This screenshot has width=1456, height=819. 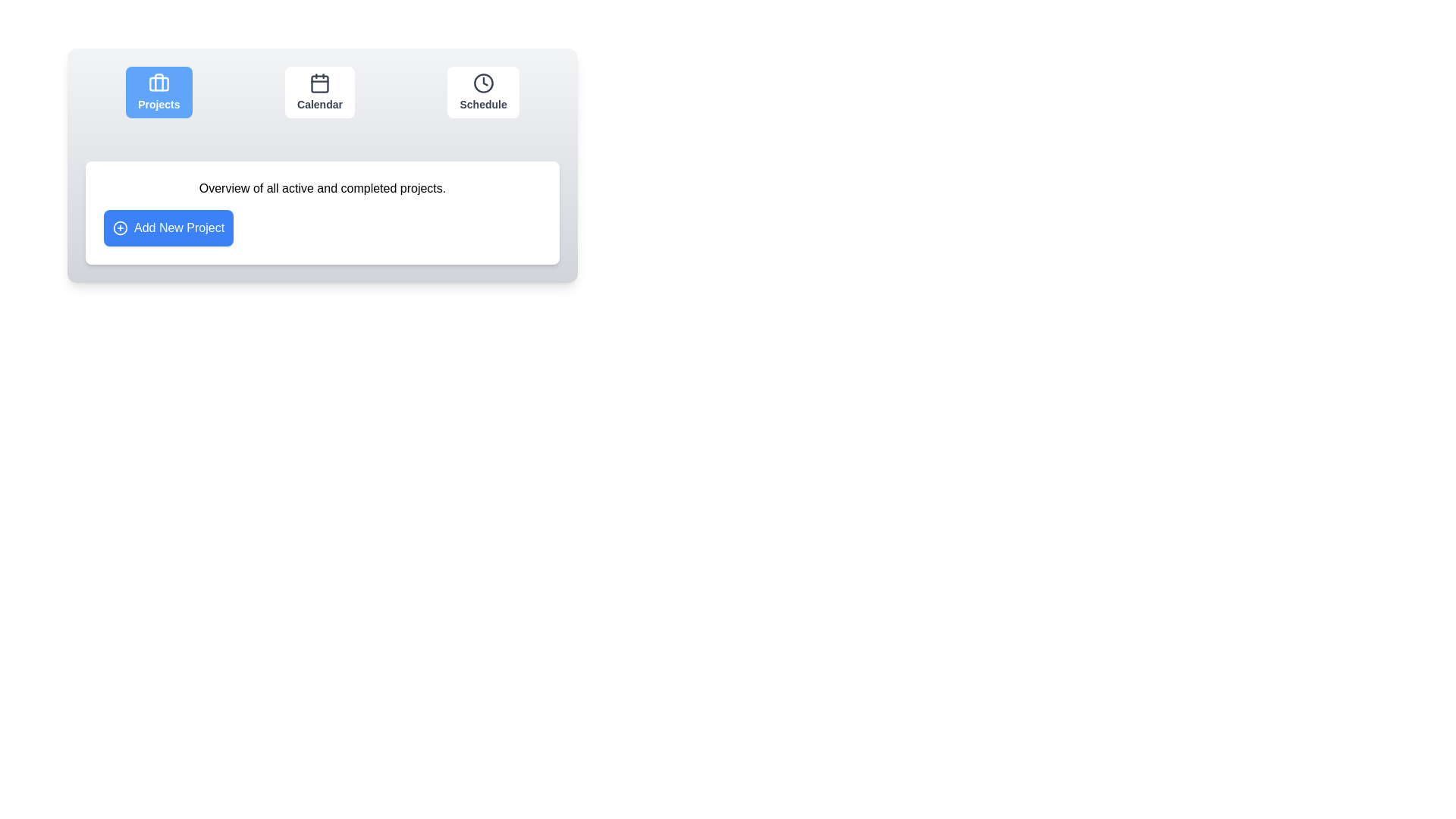 I want to click on the Calendar tab by clicking its icon, so click(x=319, y=93).